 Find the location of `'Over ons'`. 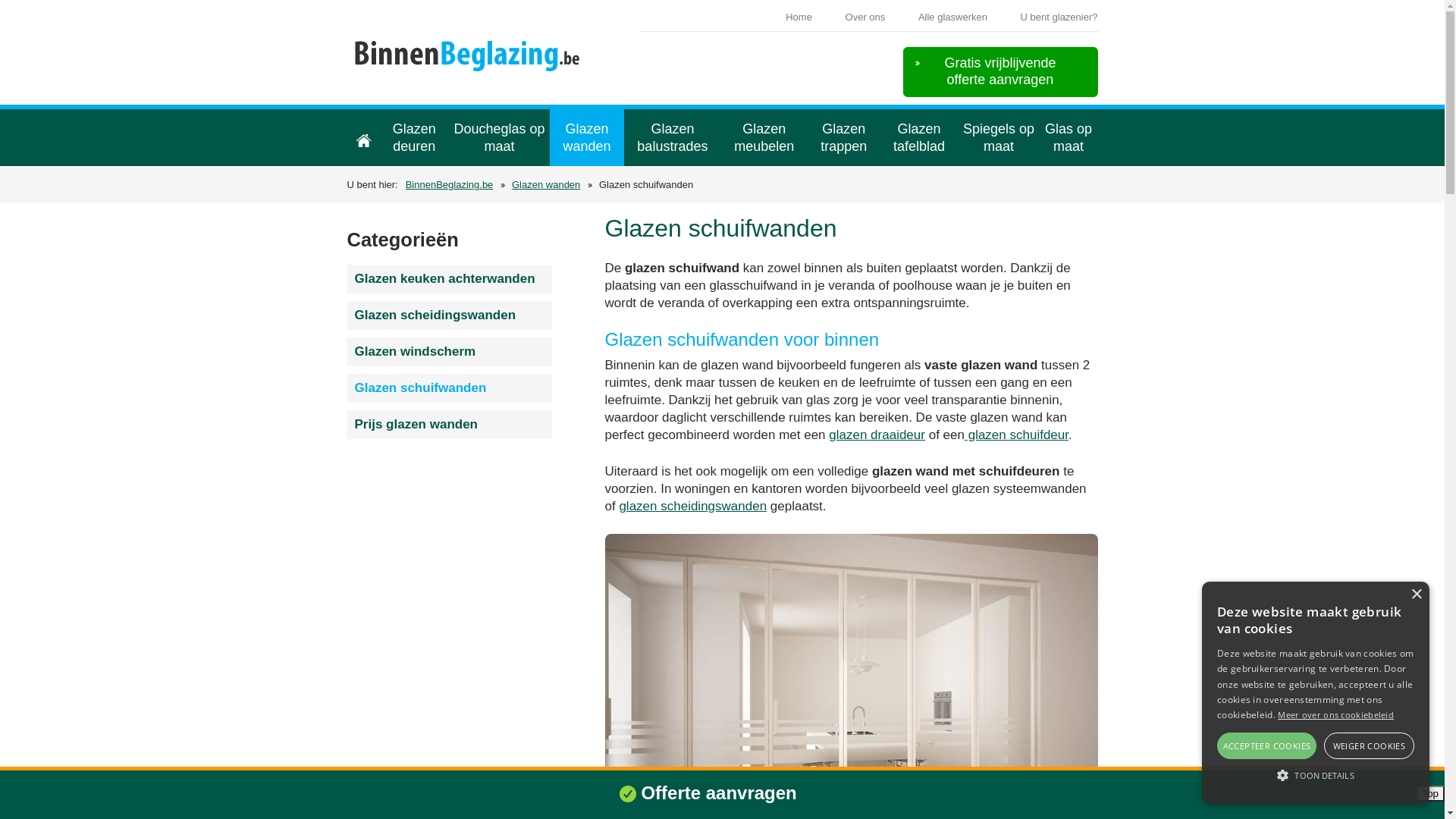

'Over ons' is located at coordinates (865, 17).